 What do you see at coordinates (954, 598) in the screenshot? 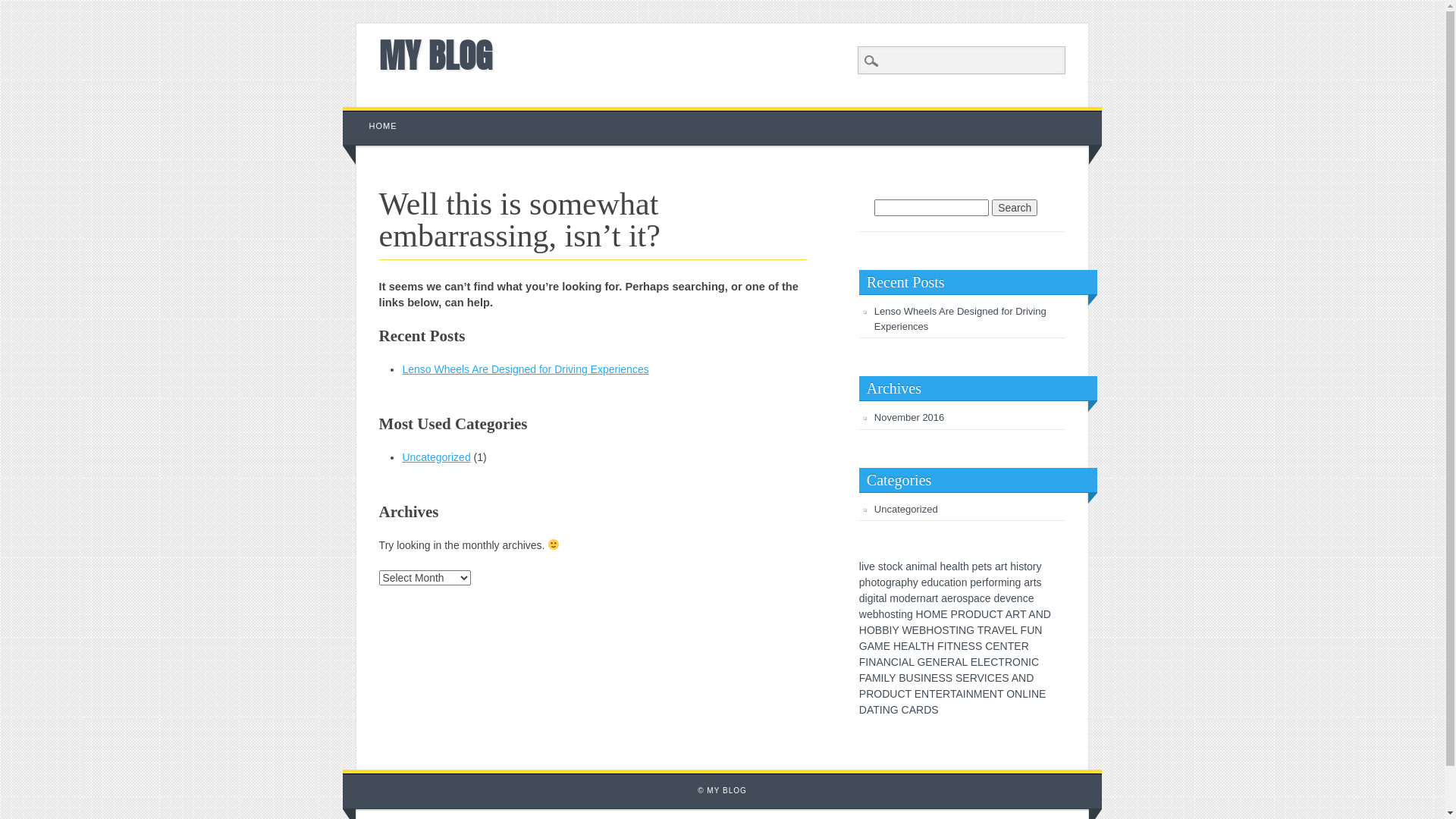
I see `'r'` at bounding box center [954, 598].